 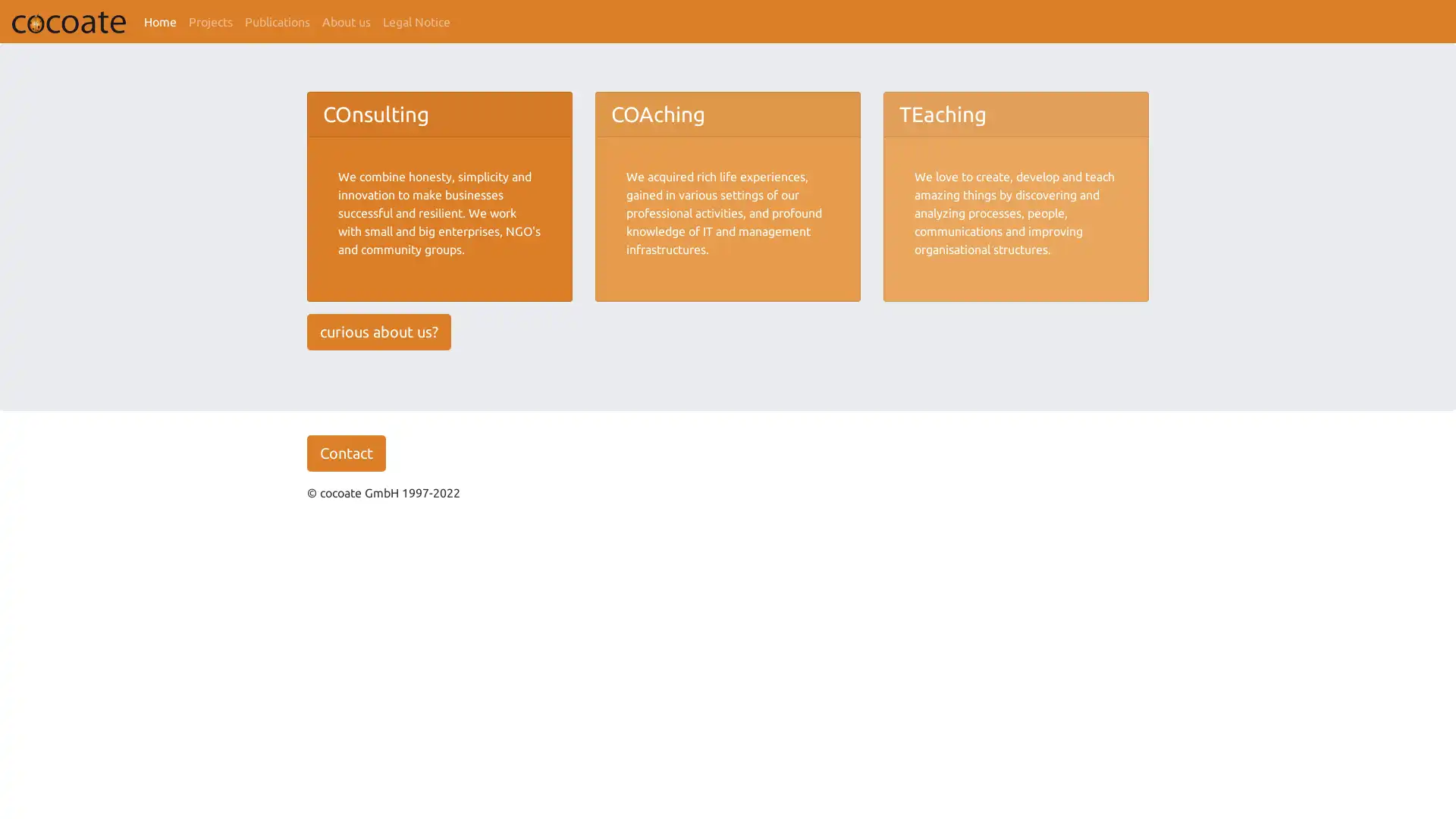 I want to click on curious about us?, so click(x=378, y=330).